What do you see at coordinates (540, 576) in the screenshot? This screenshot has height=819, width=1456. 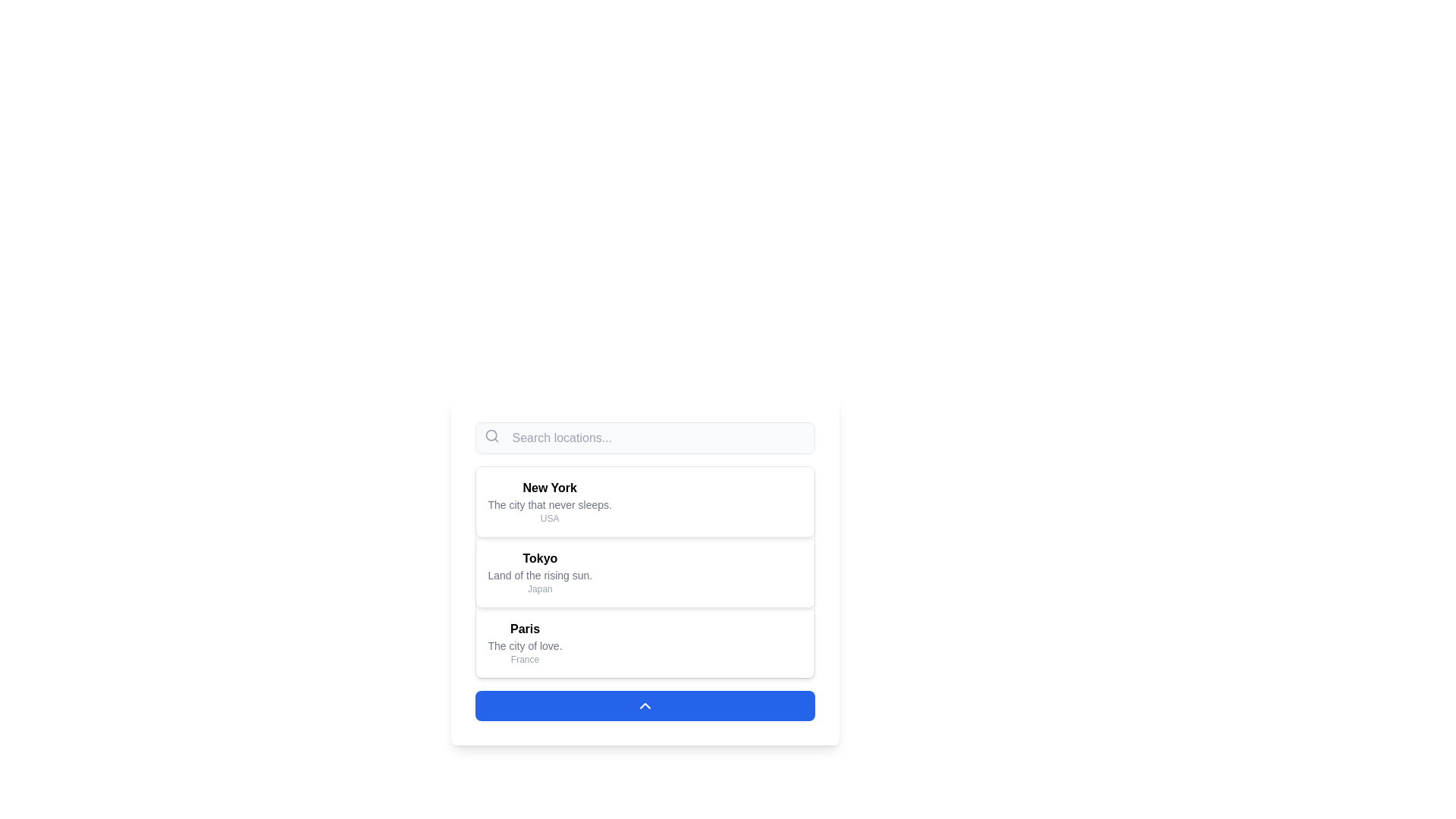 I see `the static text label that displays 'Land of the rising sun.', which is positioned directly under the bold text 'Tokyo'` at bounding box center [540, 576].